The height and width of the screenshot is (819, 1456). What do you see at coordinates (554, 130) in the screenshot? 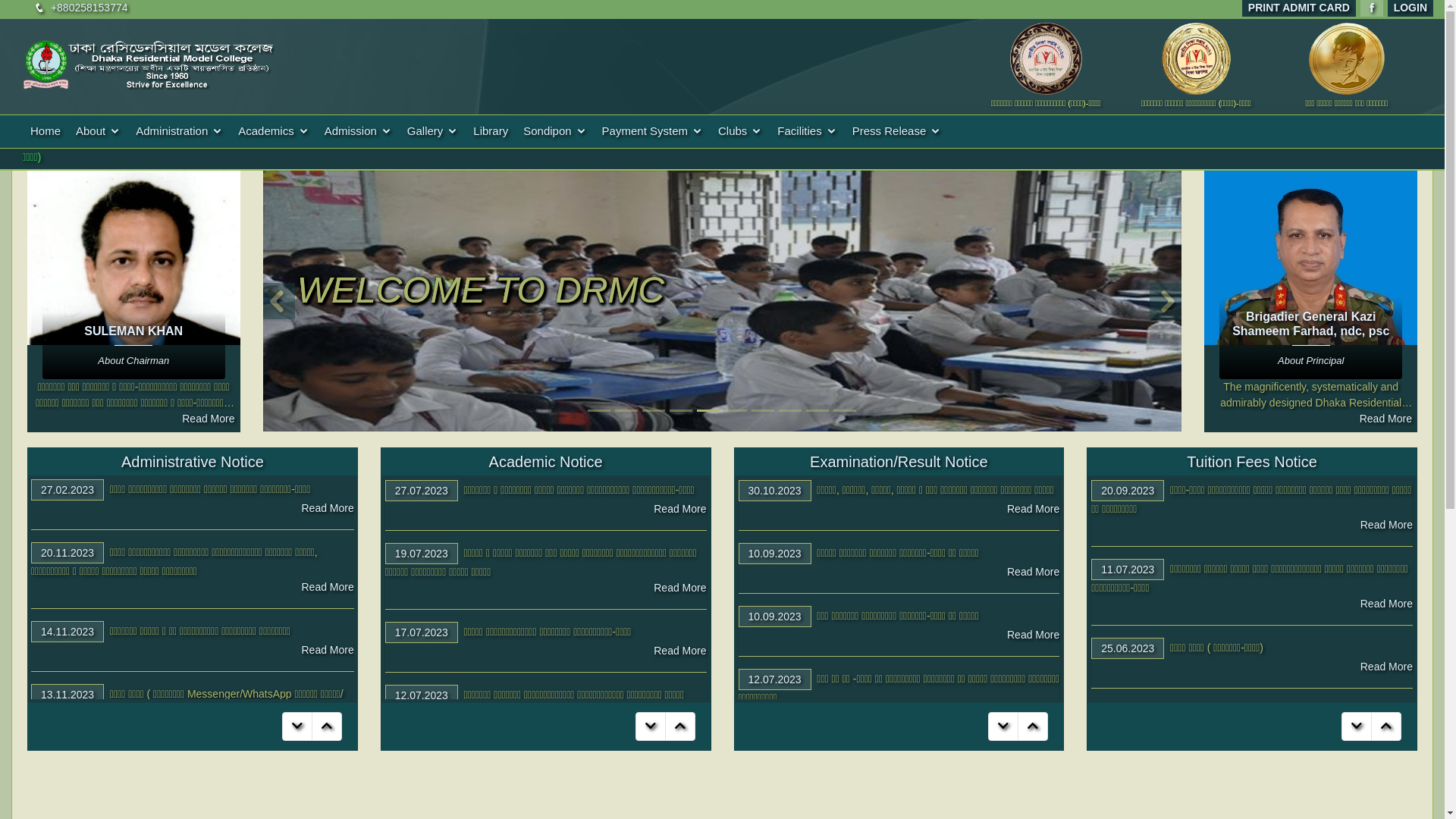
I see `'Sondipon'` at bounding box center [554, 130].